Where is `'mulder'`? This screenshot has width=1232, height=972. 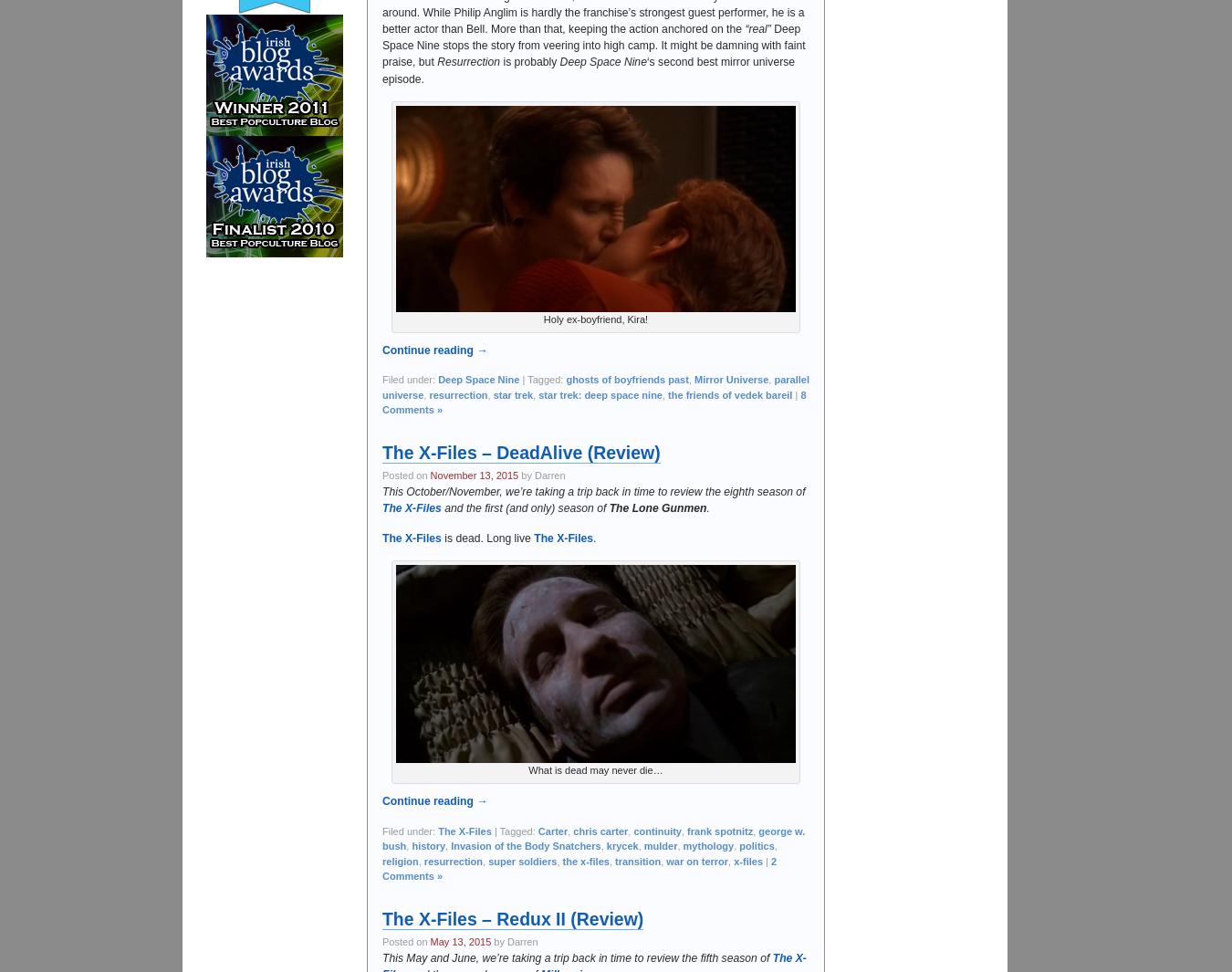
'mulder' is located at coordinates (659, 845).